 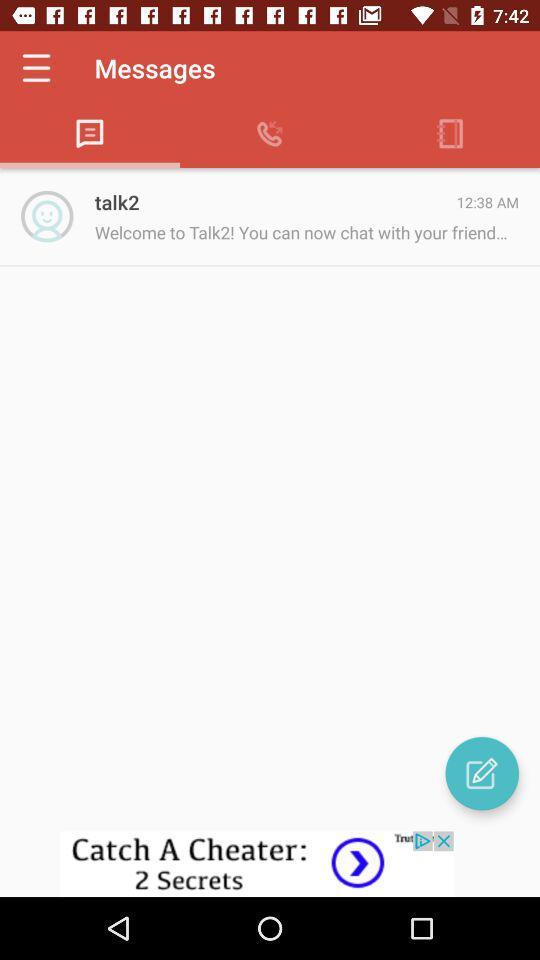 I want to click on write a new message, so click(x=481, y=772).